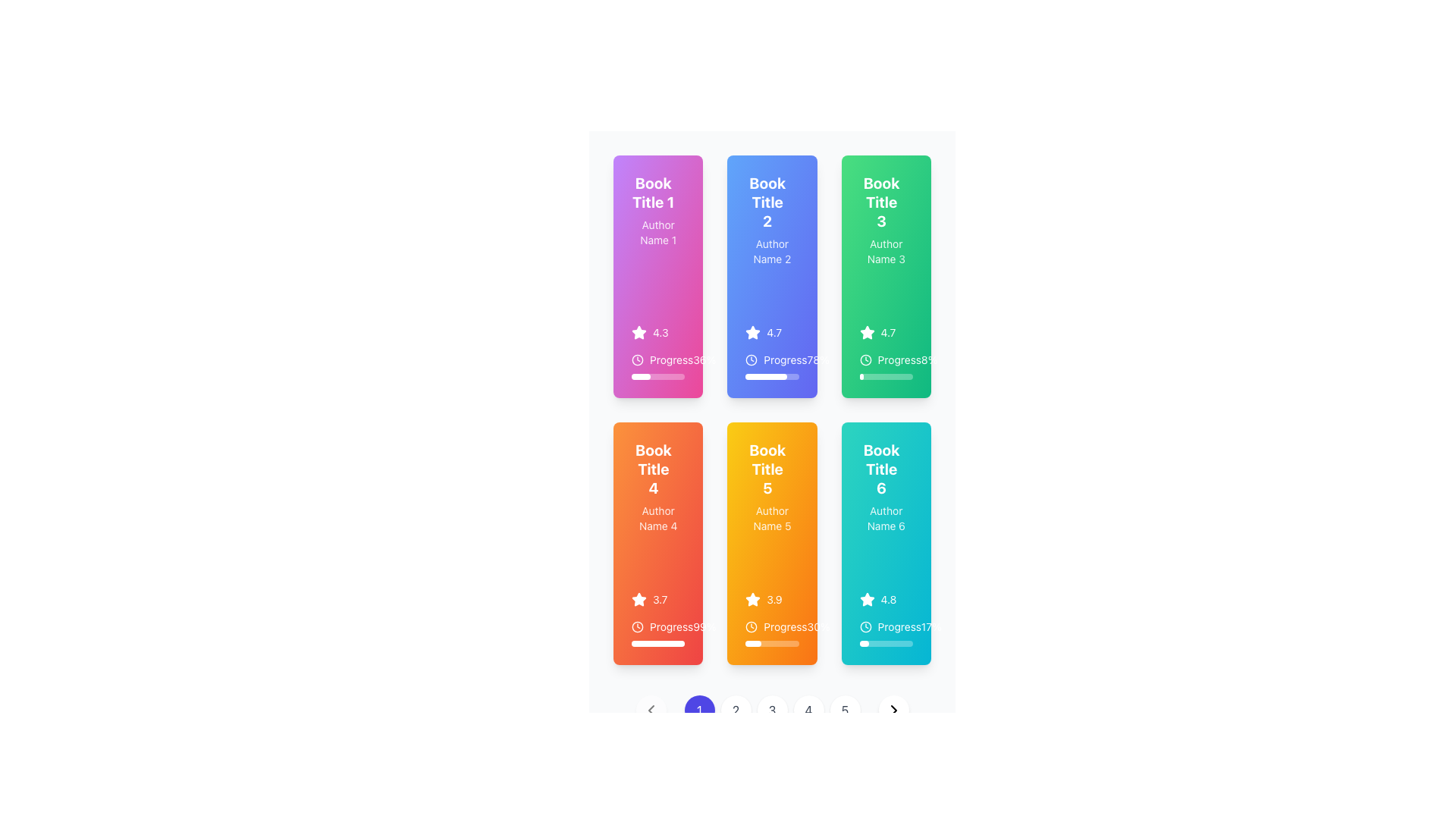  Describe the element at coordinates (772, 332) in the screenshot. I see `the rating display, which shows a numeric value ('4.7') and is located in the second column of a grid layout within the blue card labeled 'Book Title 2'` at that location.